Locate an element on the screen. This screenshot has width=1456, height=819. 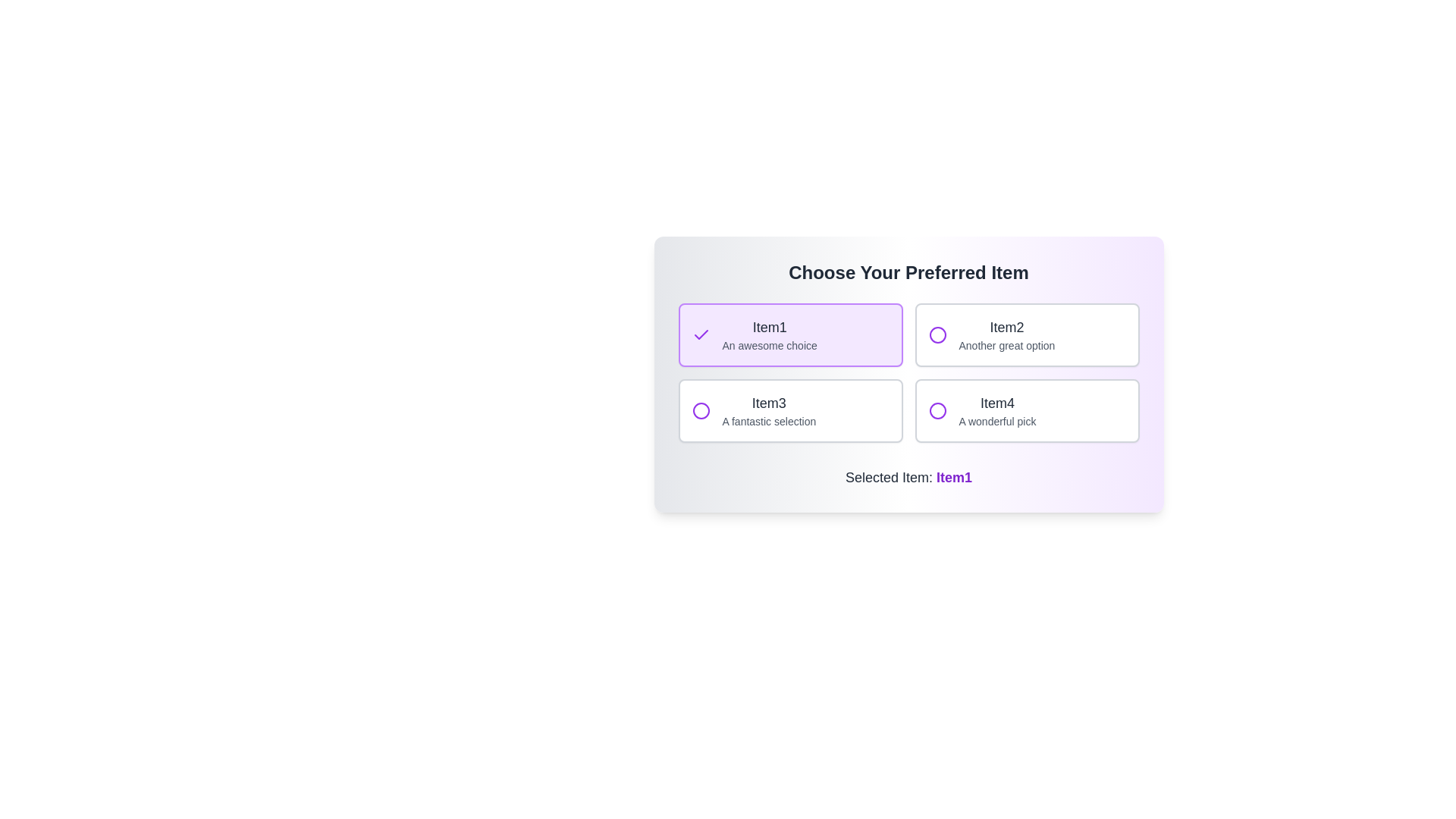
the text label that indicates the currently selected item, which is part of the phrase 'Selected Item: Item1' located at the rightmost part of the sentence is located at coordinates (953, 476).